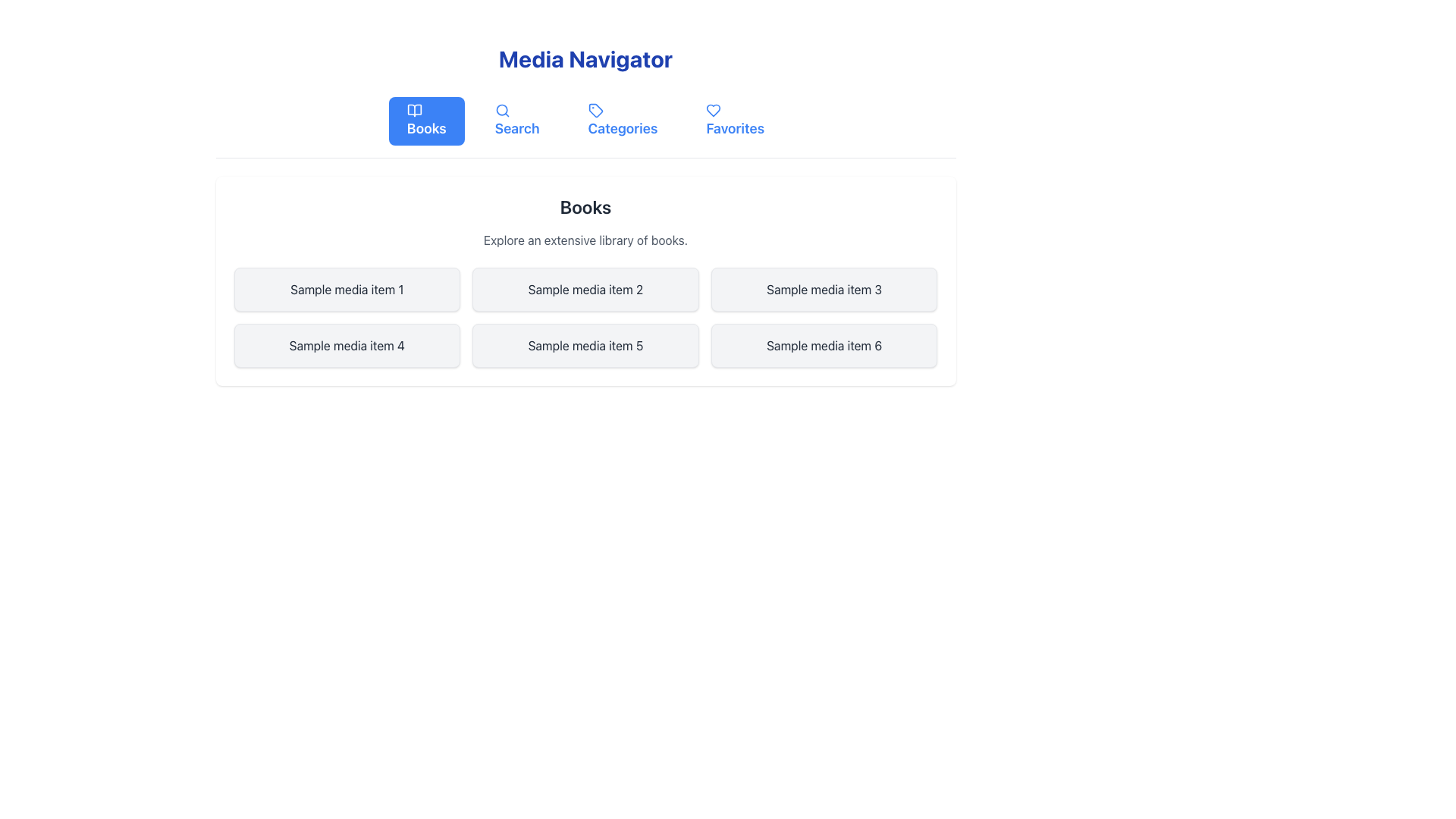 The height and width of the screenshot is (819, 1456). I want to click on the first media item card labeled 'Sample media item 1' in the grid layout under the 'Books' section, so click(346, 289).